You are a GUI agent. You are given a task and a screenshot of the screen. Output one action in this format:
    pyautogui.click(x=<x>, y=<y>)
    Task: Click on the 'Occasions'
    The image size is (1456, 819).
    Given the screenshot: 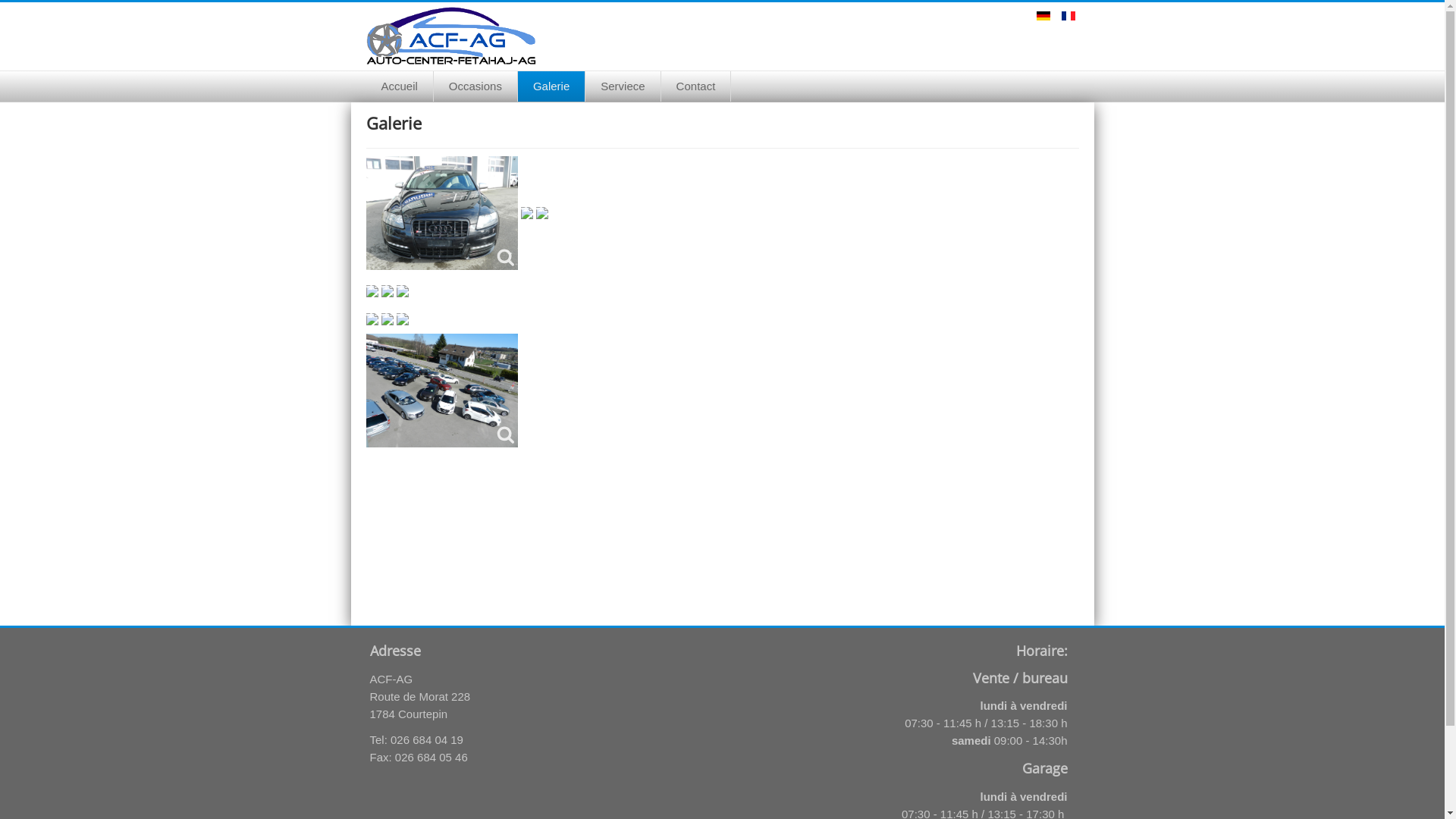 What is the action you would take?
    pyautogui.click(x=475, y=86)
    